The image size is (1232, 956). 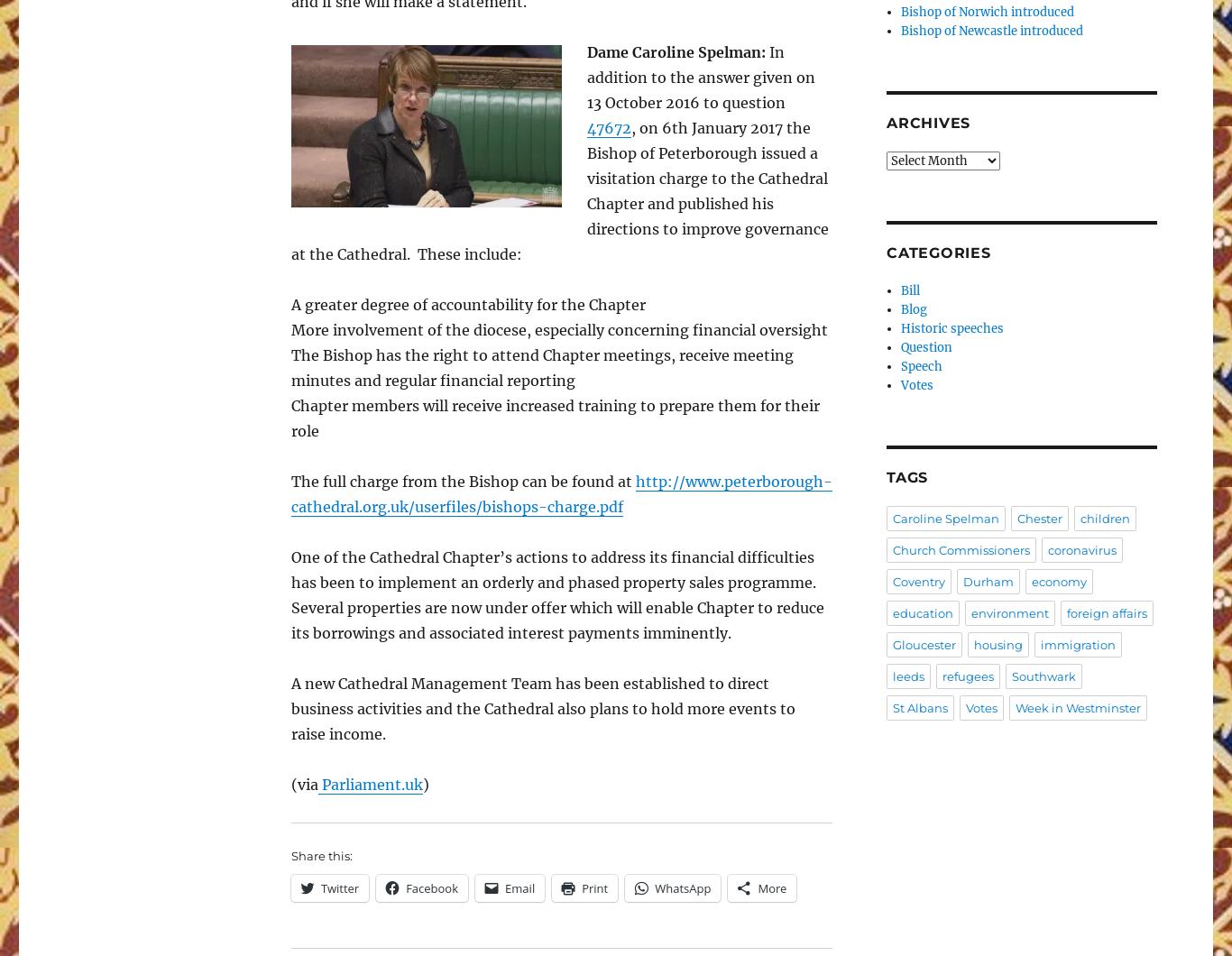 What do you see at coordinates (291, 366) in the screenshot?
I see `'The Bishop has the right to attend Chapter meetings, receive meeting minutes and regular financial reporting'` at bounding box center [291, 366].